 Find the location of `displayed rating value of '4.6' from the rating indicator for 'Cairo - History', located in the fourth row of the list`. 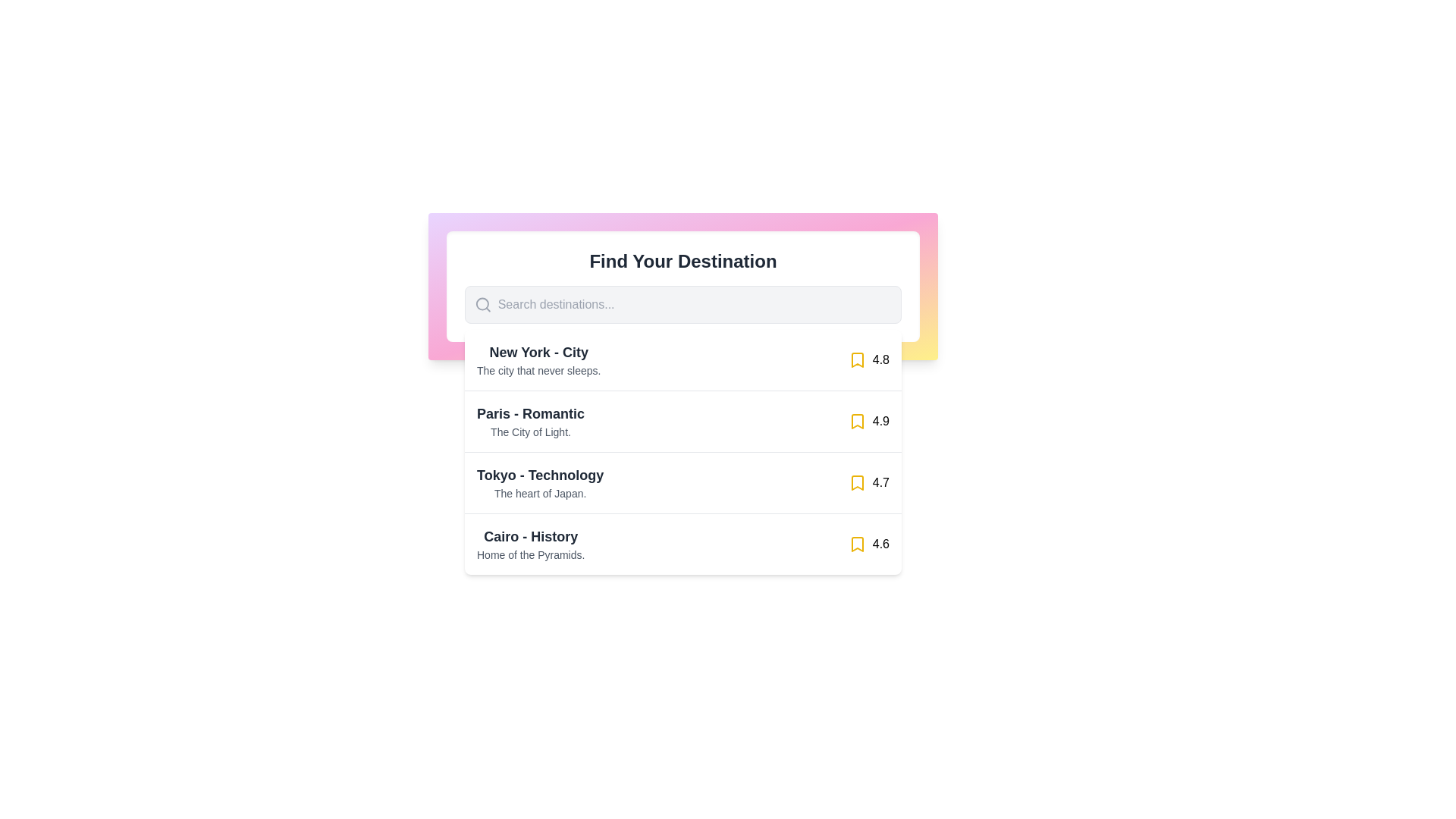

displayed rating value of '4.6' from the rating indicator for 'Cairo - History', located in the fourth row of the list is located at coordinates (868, 543).